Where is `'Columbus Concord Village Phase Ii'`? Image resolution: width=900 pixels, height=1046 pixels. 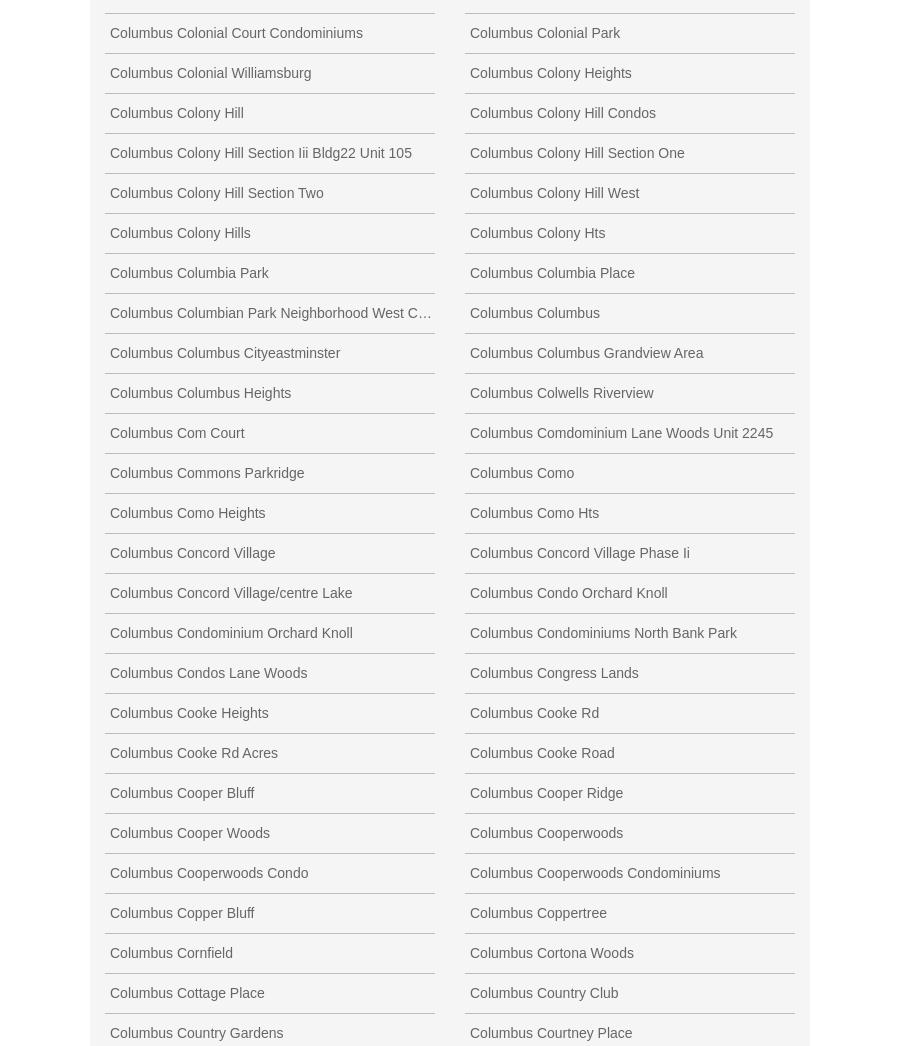 'Columbus Concord Village Phase Ii' is located at coordinates (468, 550).